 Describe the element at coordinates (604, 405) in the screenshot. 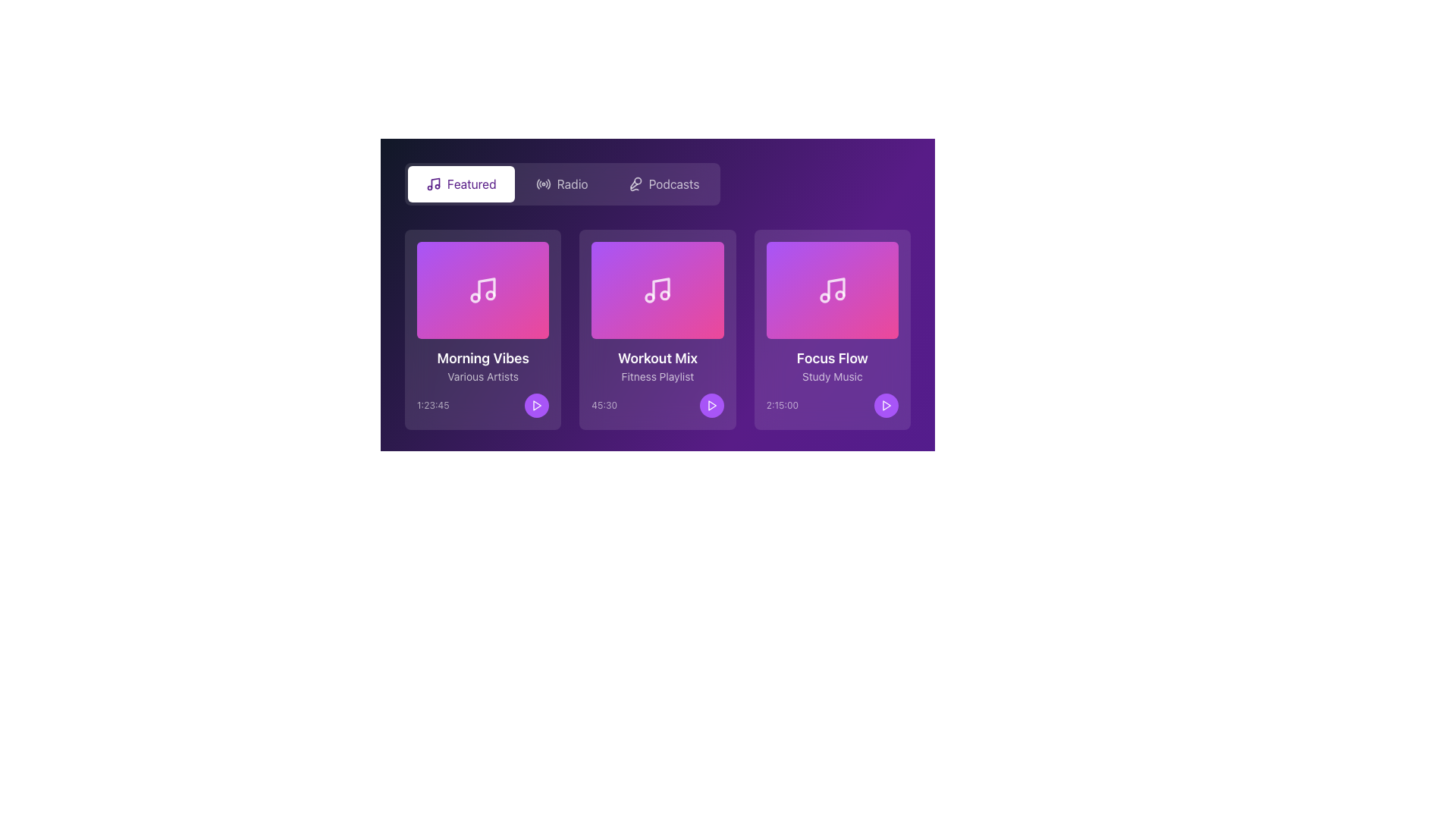

I see `the Text Label displaying the duration '45:30' located in the lower-left corner of the second card, positioned above the play icon button` at that location.